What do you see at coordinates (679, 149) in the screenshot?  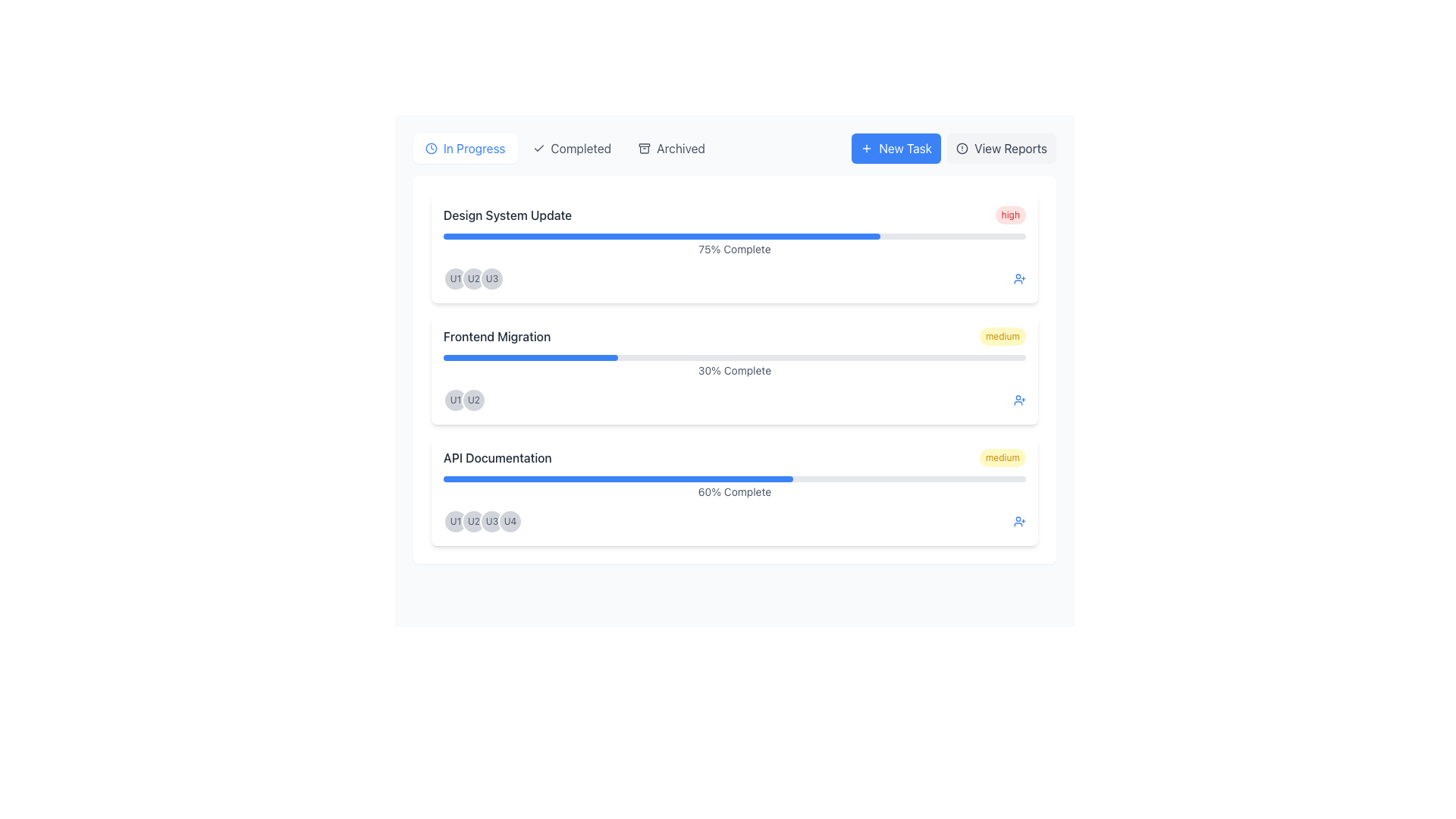 I see `the 'Archived' text label located to the right of the archive-shaped icon in the top middle section of the interface` at bounding box center [679, 149].